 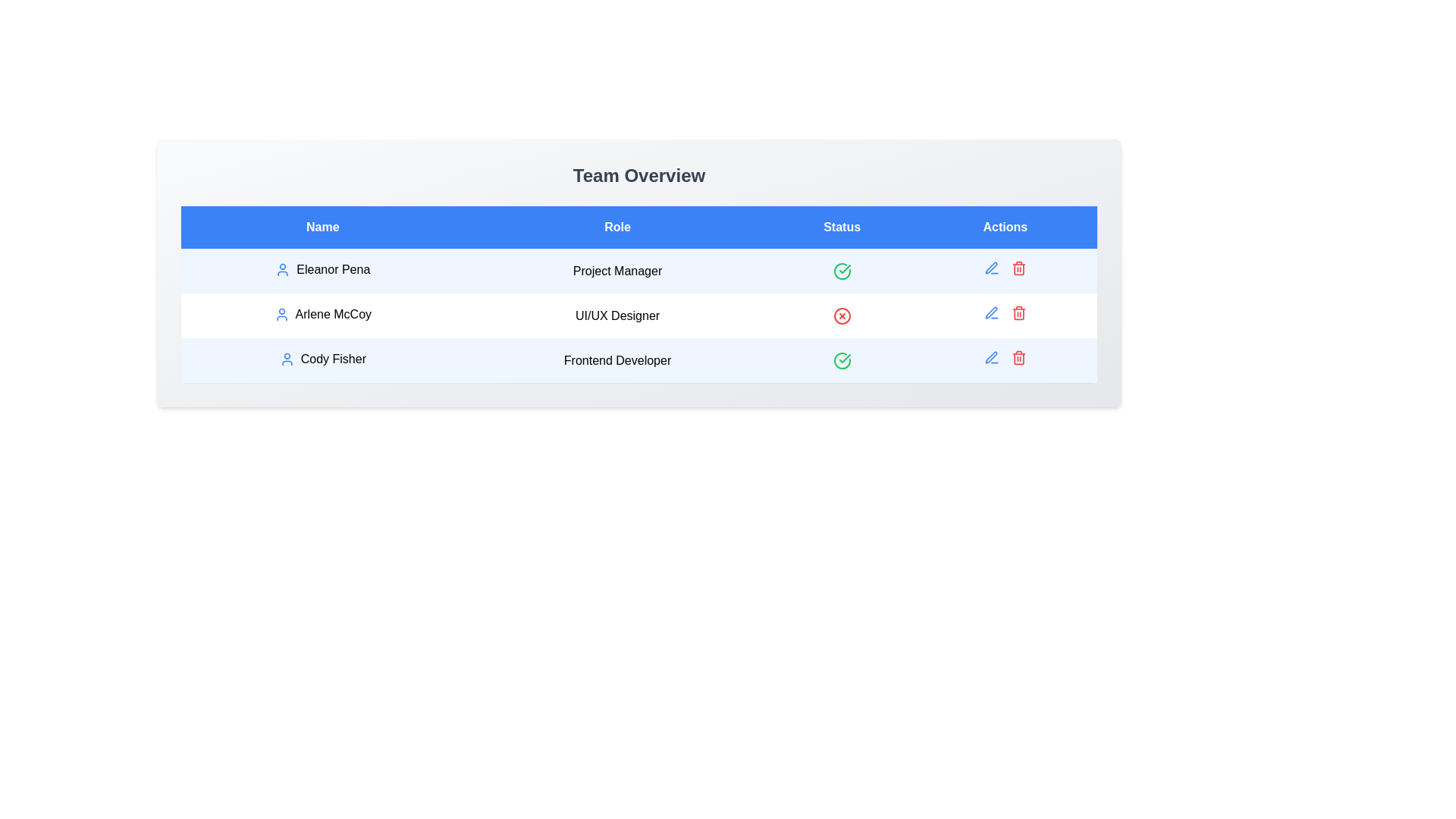 What do you see at coordinates (844, 268) in the screenshot?
I see `the green checkmark icon enclosed in a circle located in the 'Status' column of the third row of the 'Team Overview' table, to the right of the 'Frontend Developer' label` at bounding box center [844, 268].